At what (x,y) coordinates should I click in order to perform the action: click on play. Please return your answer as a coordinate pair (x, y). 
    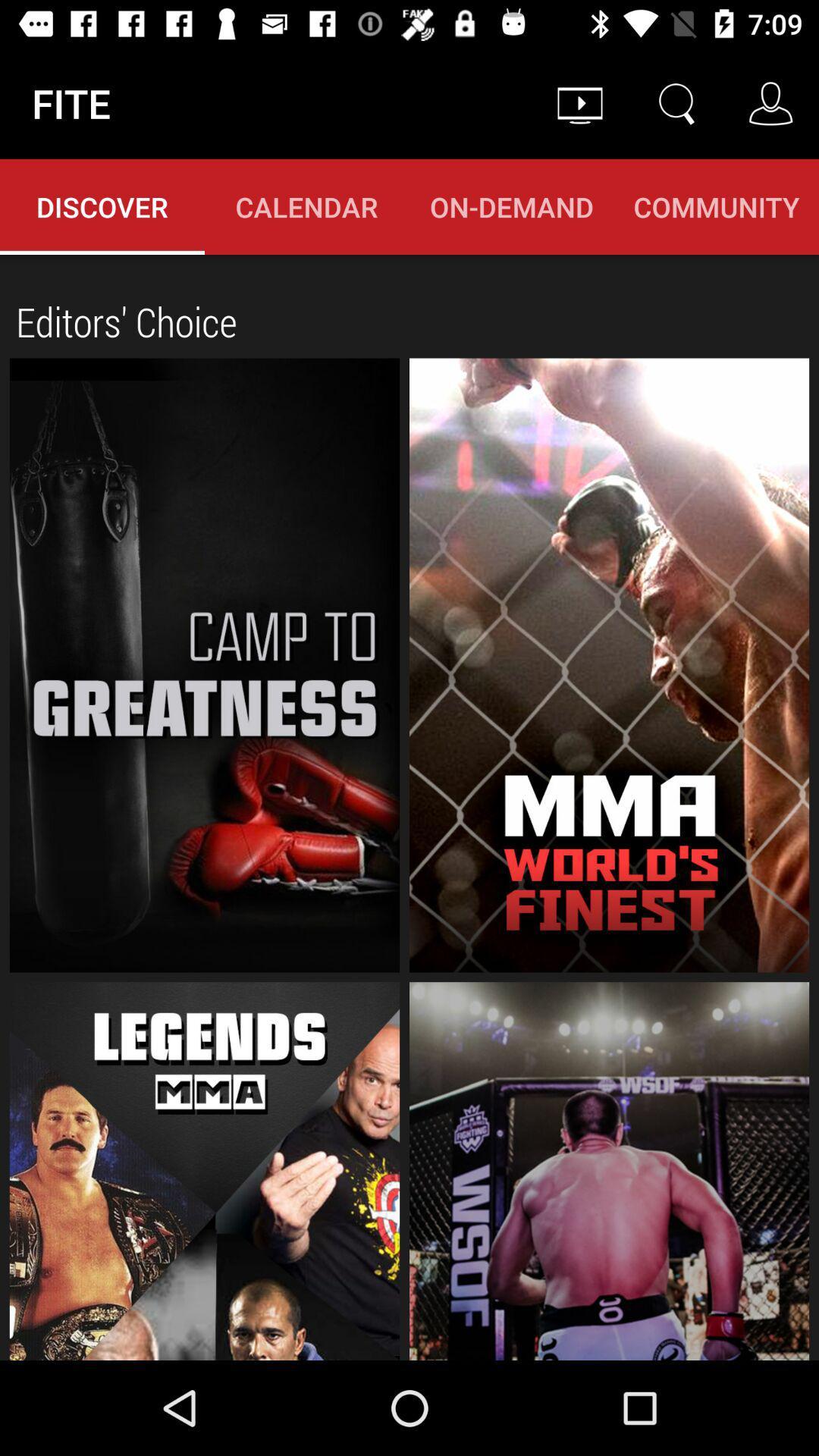
    Looking at the image, I should click on (205, 1170).